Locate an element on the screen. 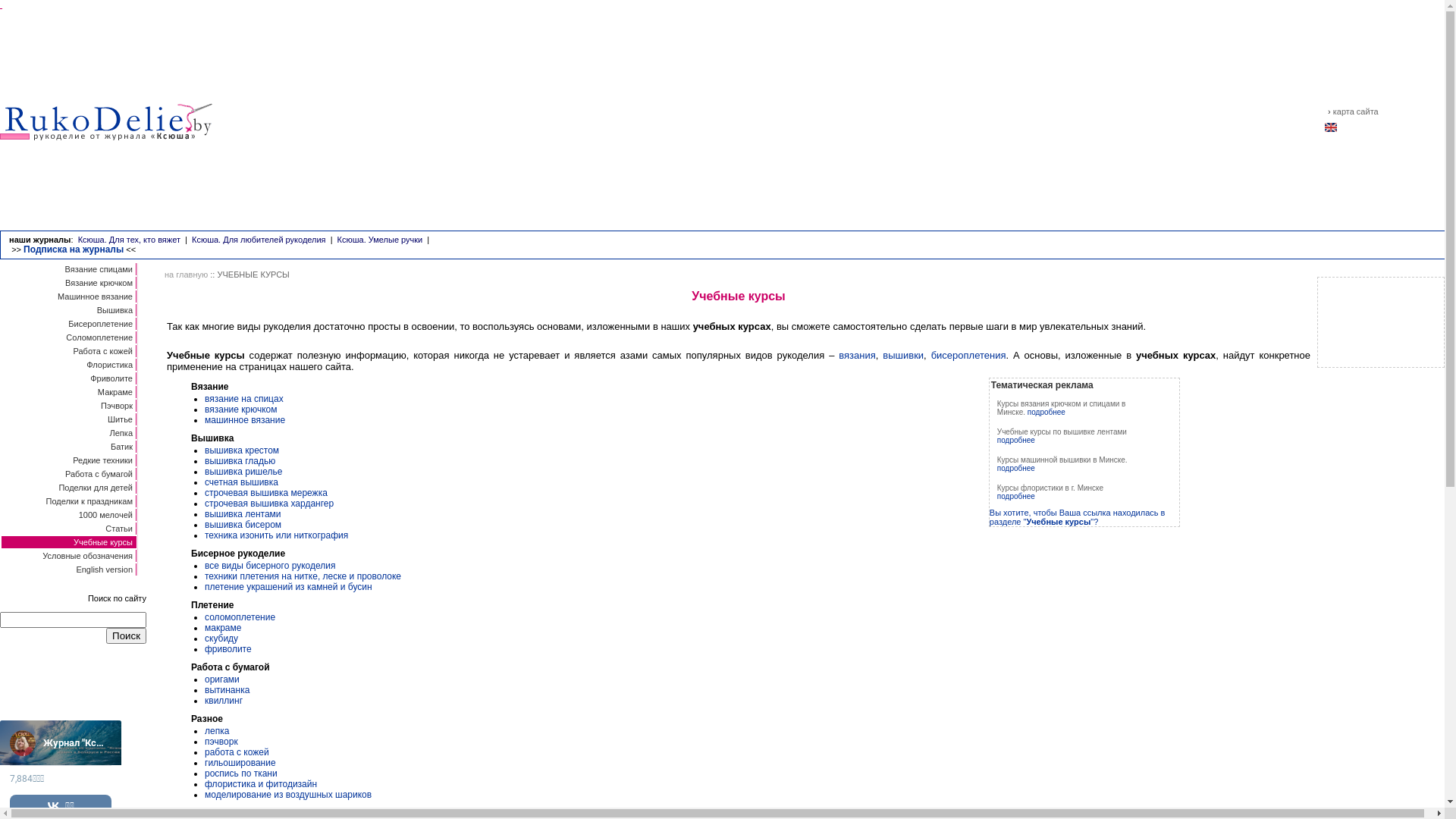  'english' is located at coordinates (1330, 131).